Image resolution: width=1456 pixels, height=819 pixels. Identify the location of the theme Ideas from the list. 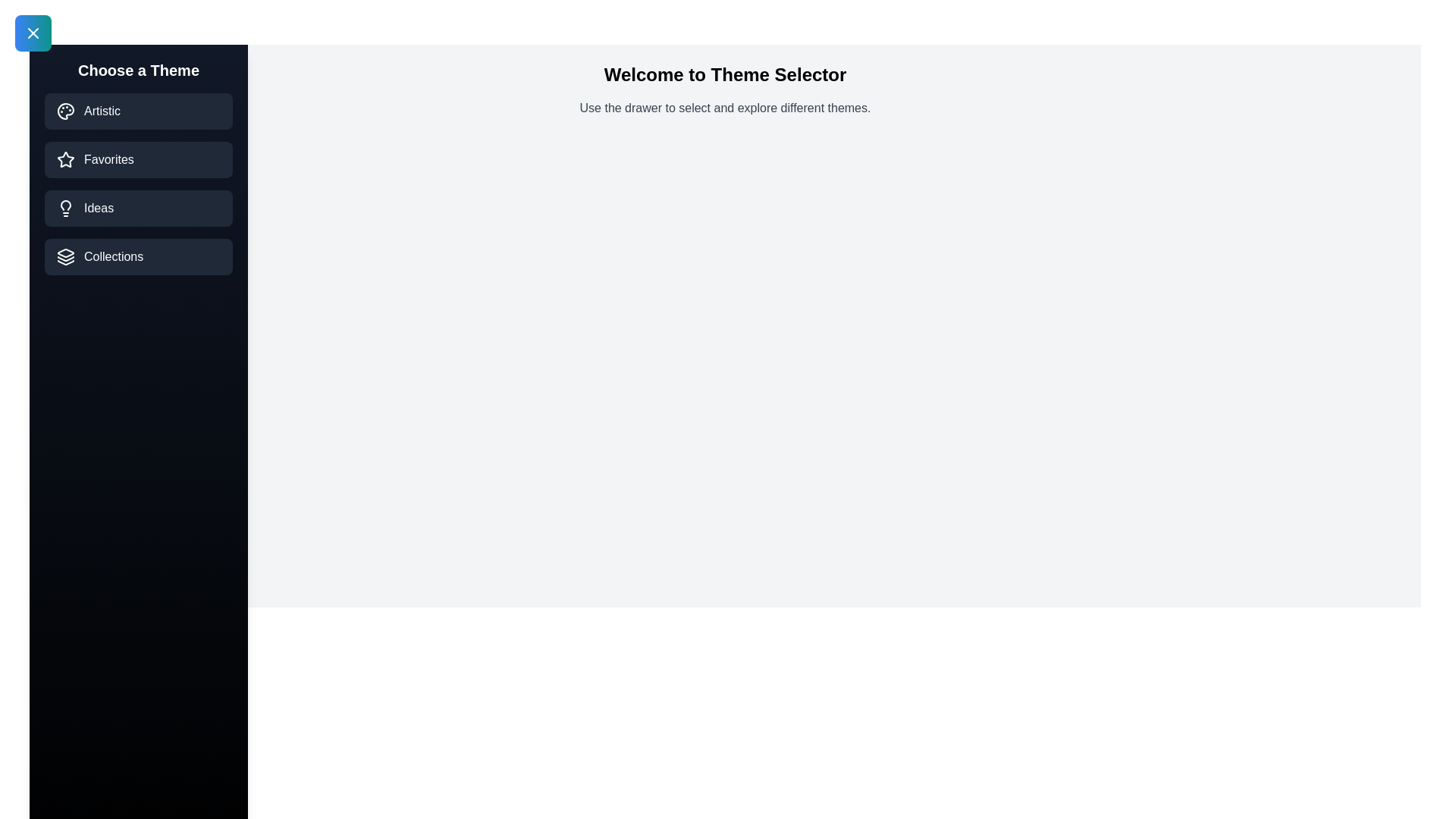
(138, 208).